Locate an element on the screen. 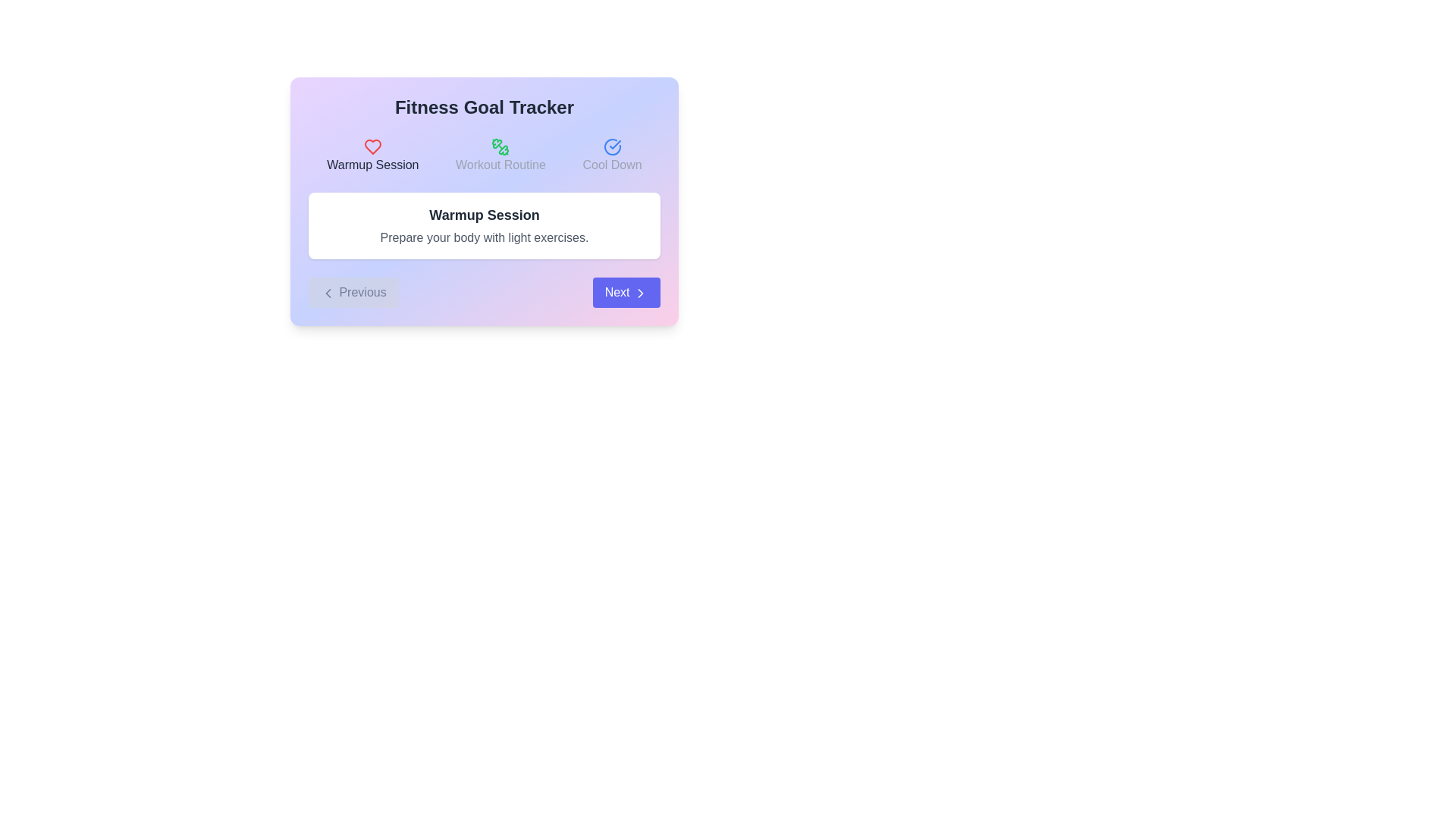 The width and height of the screenshot is (1456, 819). the presence of the small rightward chevron icon within the 'Next' button to understand navigation direction is located at coordinates (640, 292).